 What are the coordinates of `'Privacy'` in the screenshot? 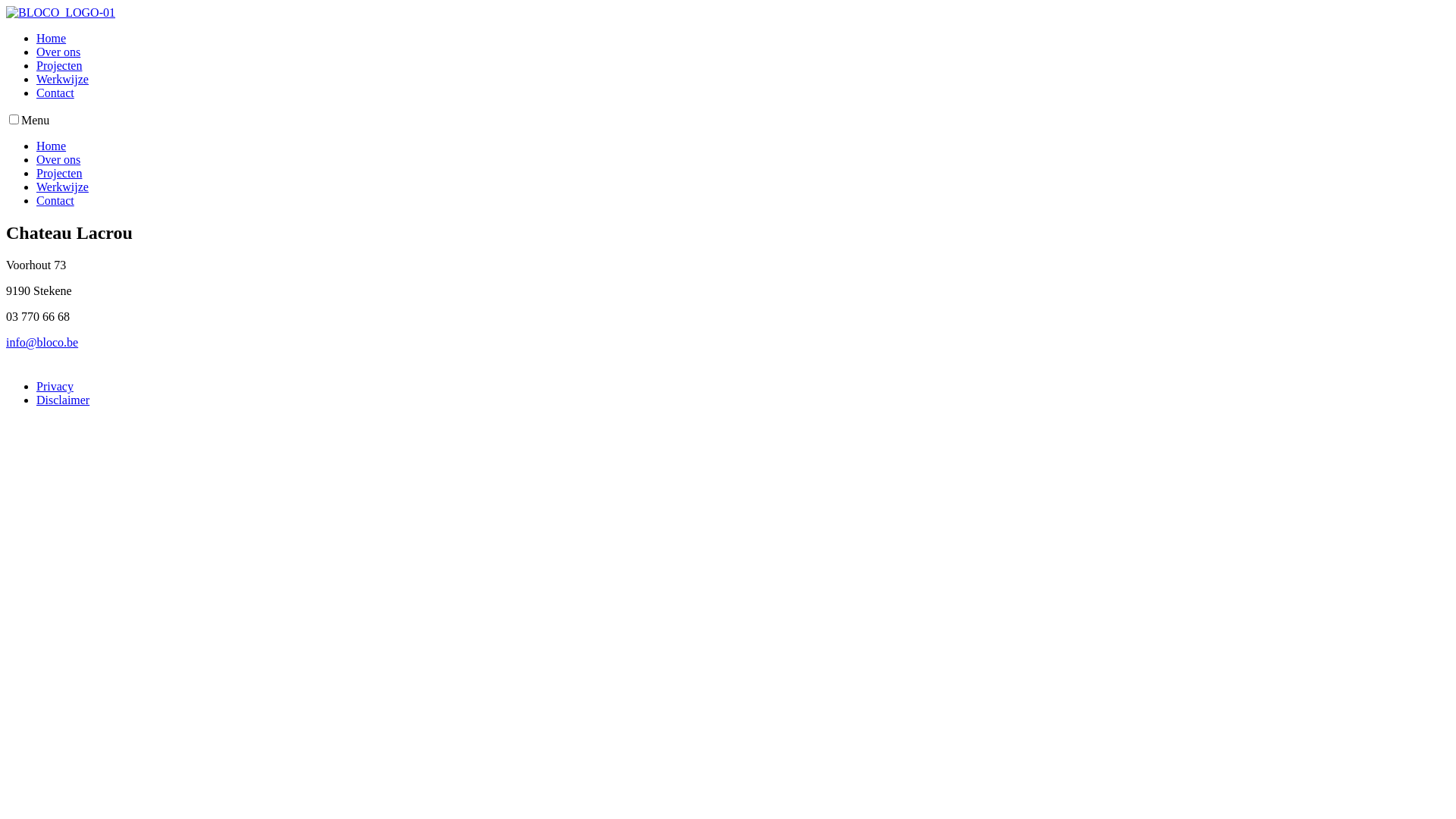 It's located at (55, 385).